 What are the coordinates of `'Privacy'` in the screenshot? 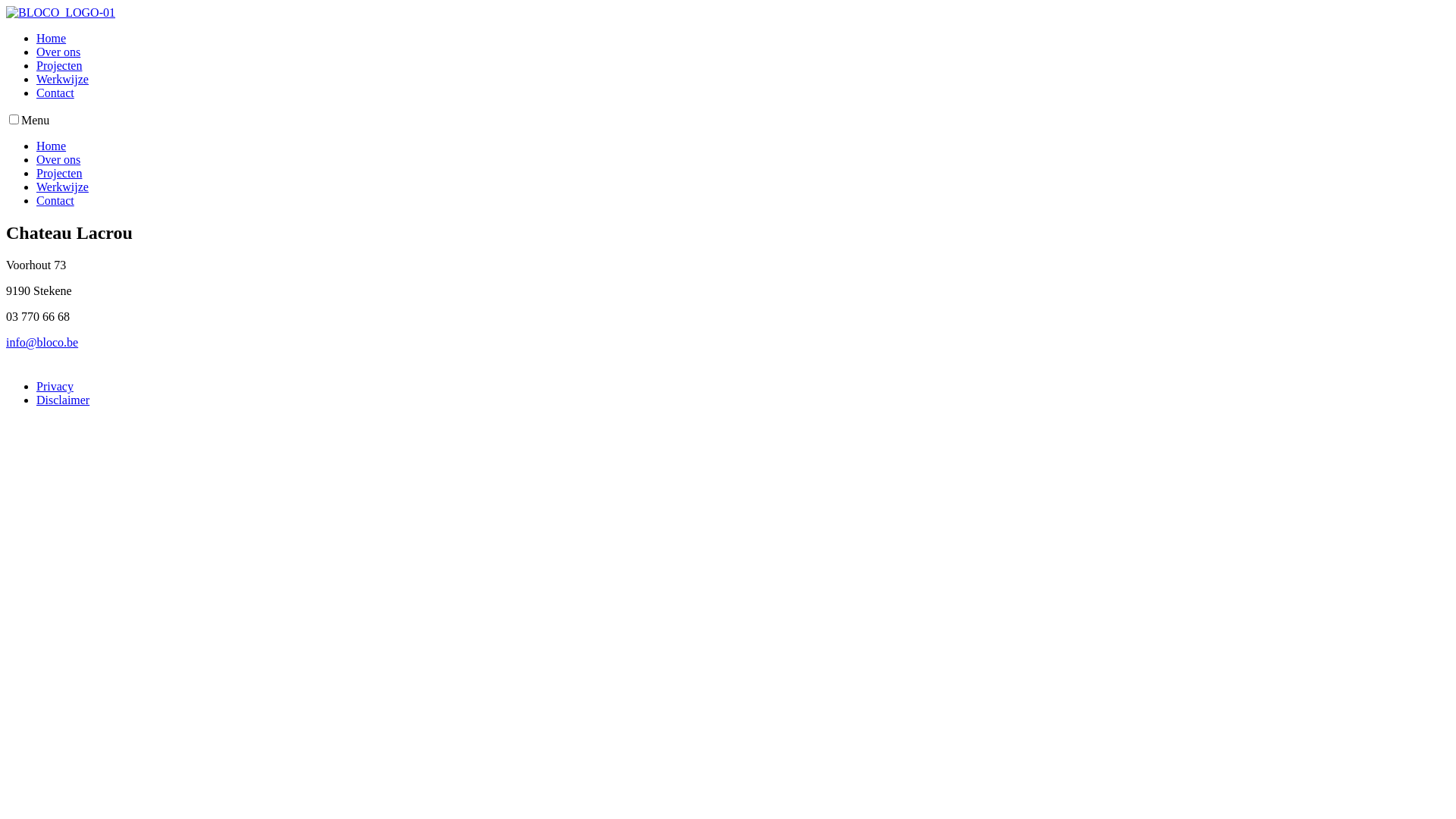 It's located at (55, 385).